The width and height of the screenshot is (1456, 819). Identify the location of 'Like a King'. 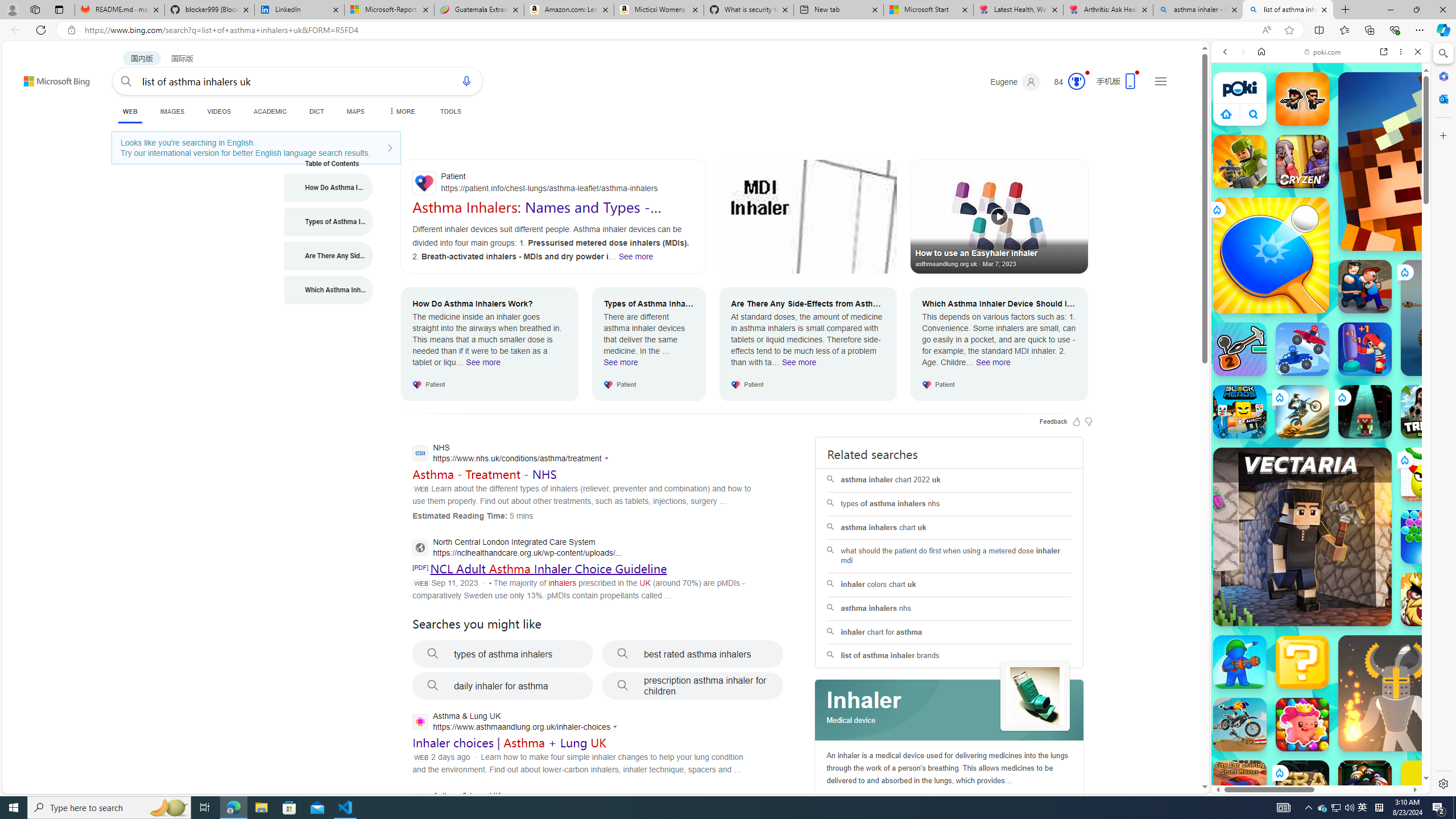
(1428, 599).